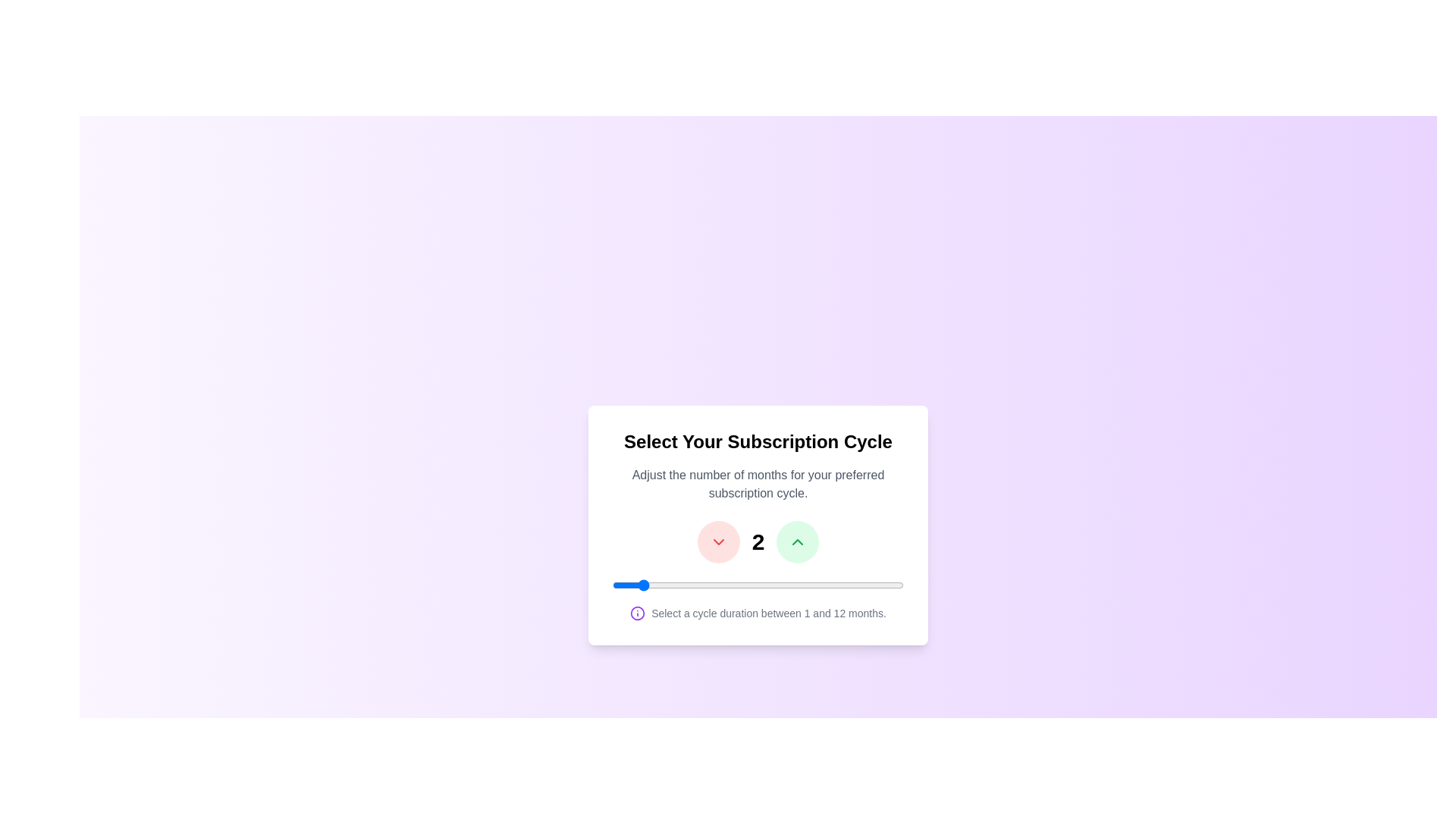 The image size is (1456, 819). Describe the element at coordinates (717, 541) in the screenshot. I see `the SVG icon with a red circular background that expands the dropdown menu for selecting subscription options` at that location.